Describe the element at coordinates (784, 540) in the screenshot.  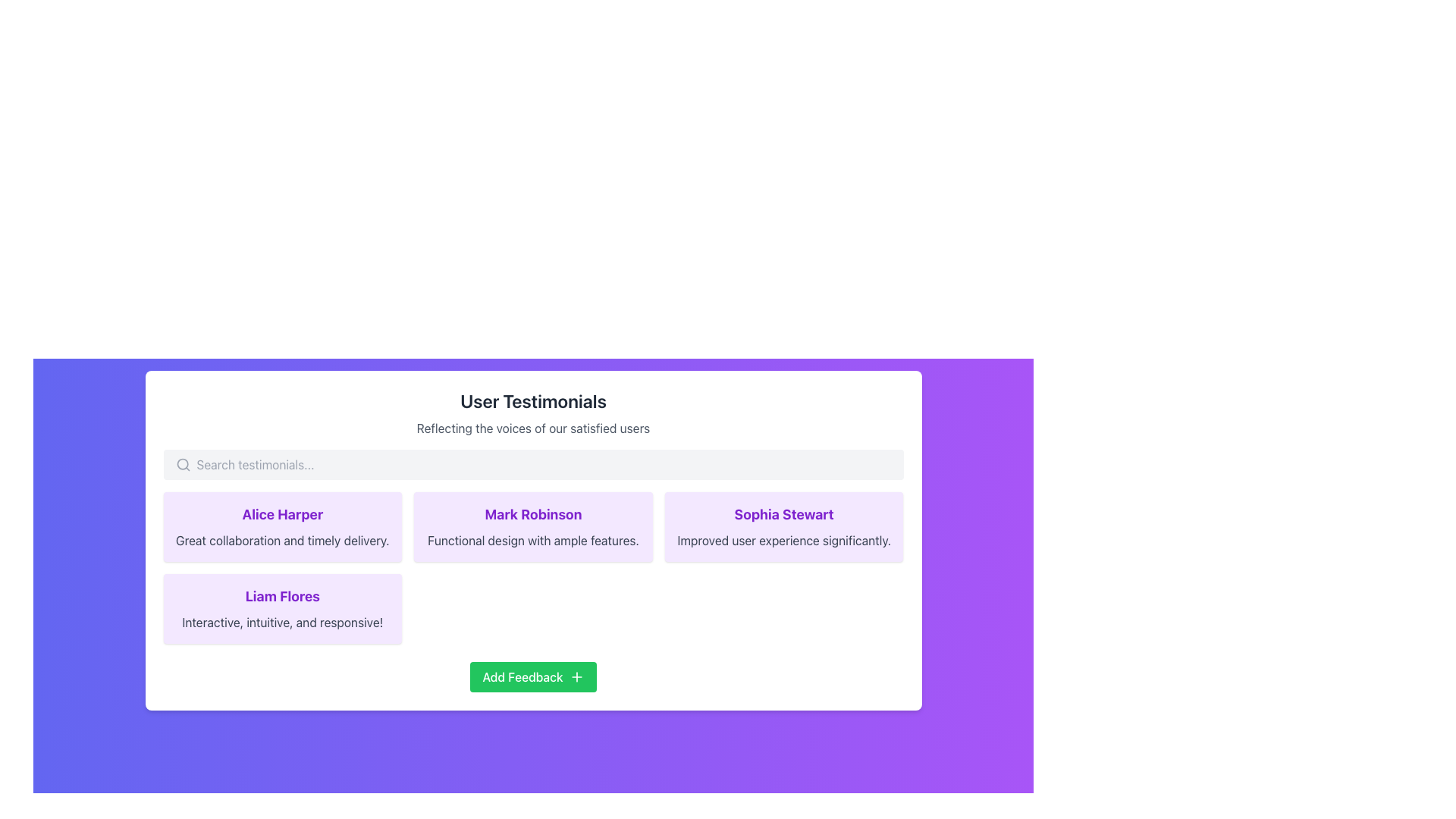
I see `testimonial text label located directly below the header 'Sophia Stewart' in the purple-highlighted card` at that location.